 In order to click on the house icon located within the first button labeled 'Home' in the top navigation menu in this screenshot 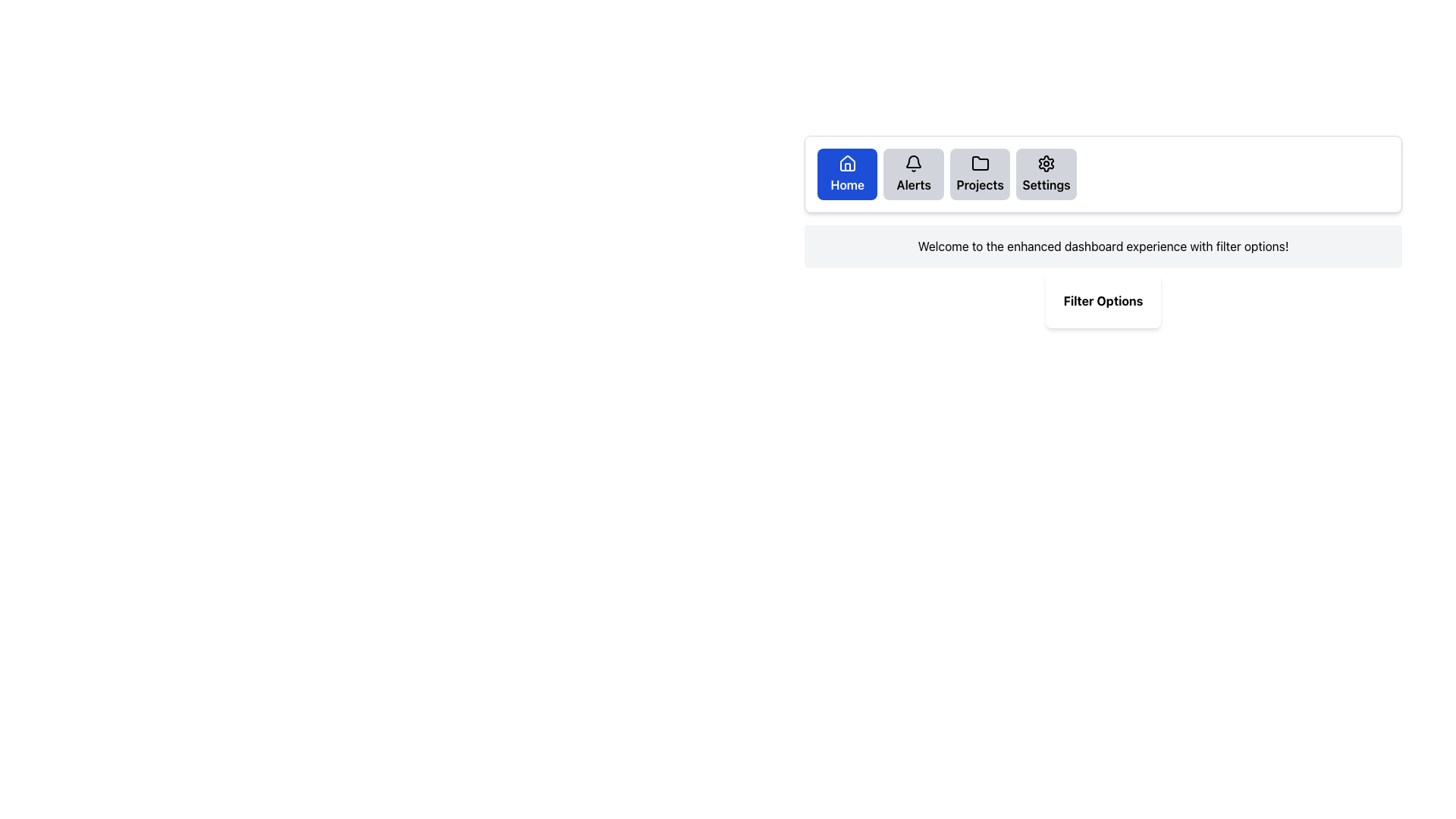, I will do `click(846, 164)`.